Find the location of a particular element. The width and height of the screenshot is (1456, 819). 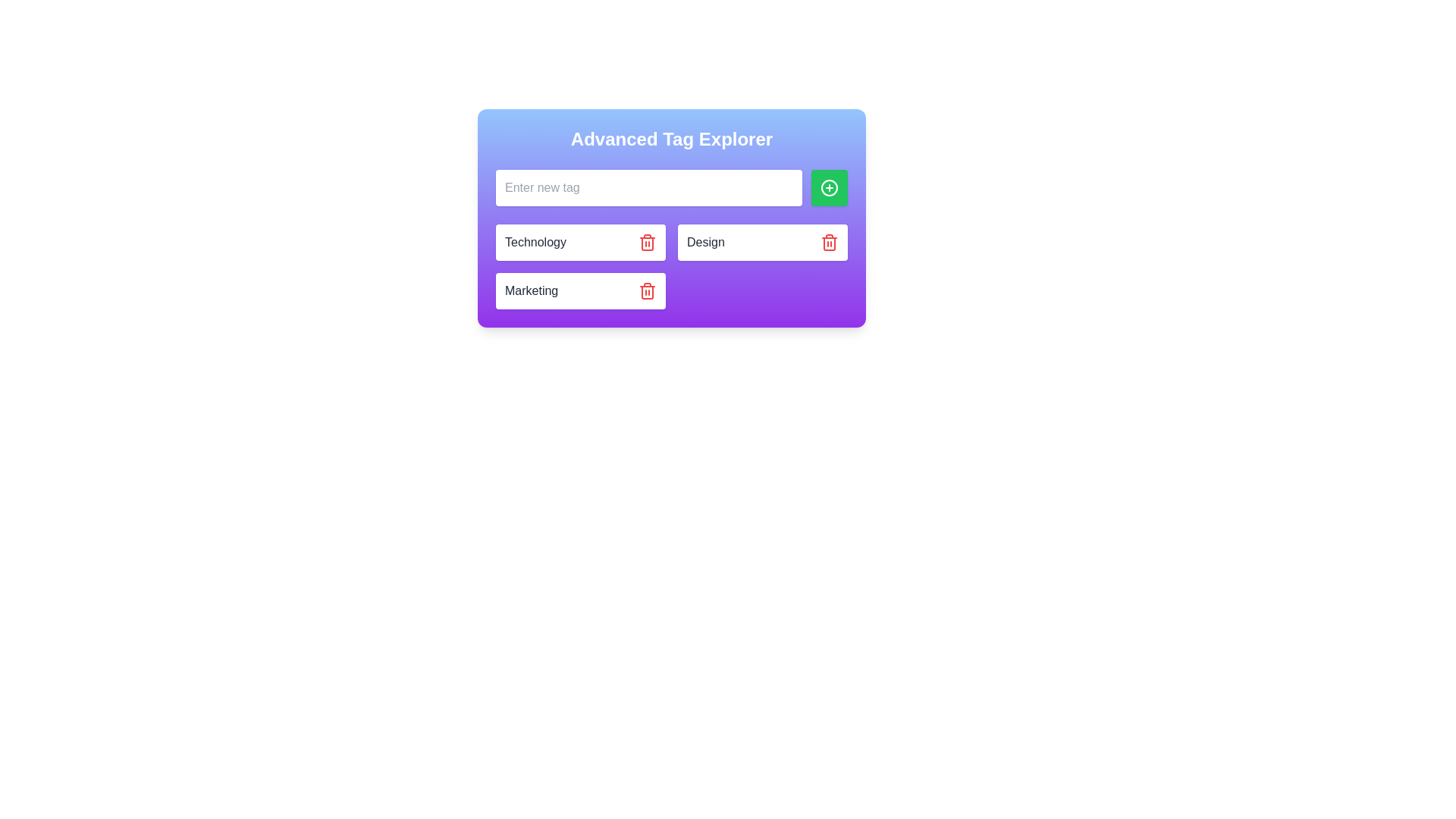

the interactive button located in the top-right corner of the input field box under the 'Advanced Tag Explorer' header is located at coordinates (829, 187).